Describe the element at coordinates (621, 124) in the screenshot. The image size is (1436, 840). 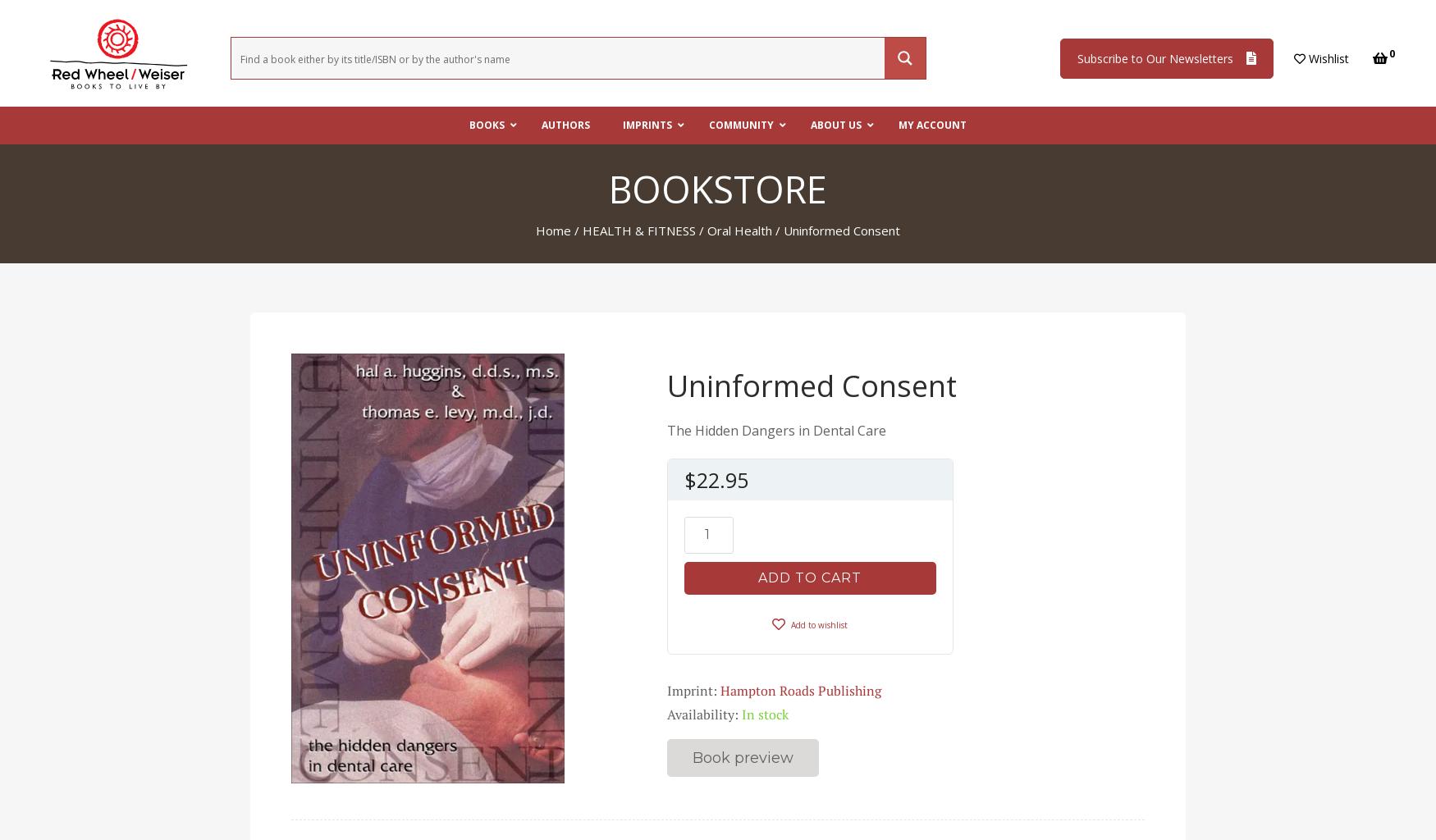
I see `'IMPRINTS'` at that location.